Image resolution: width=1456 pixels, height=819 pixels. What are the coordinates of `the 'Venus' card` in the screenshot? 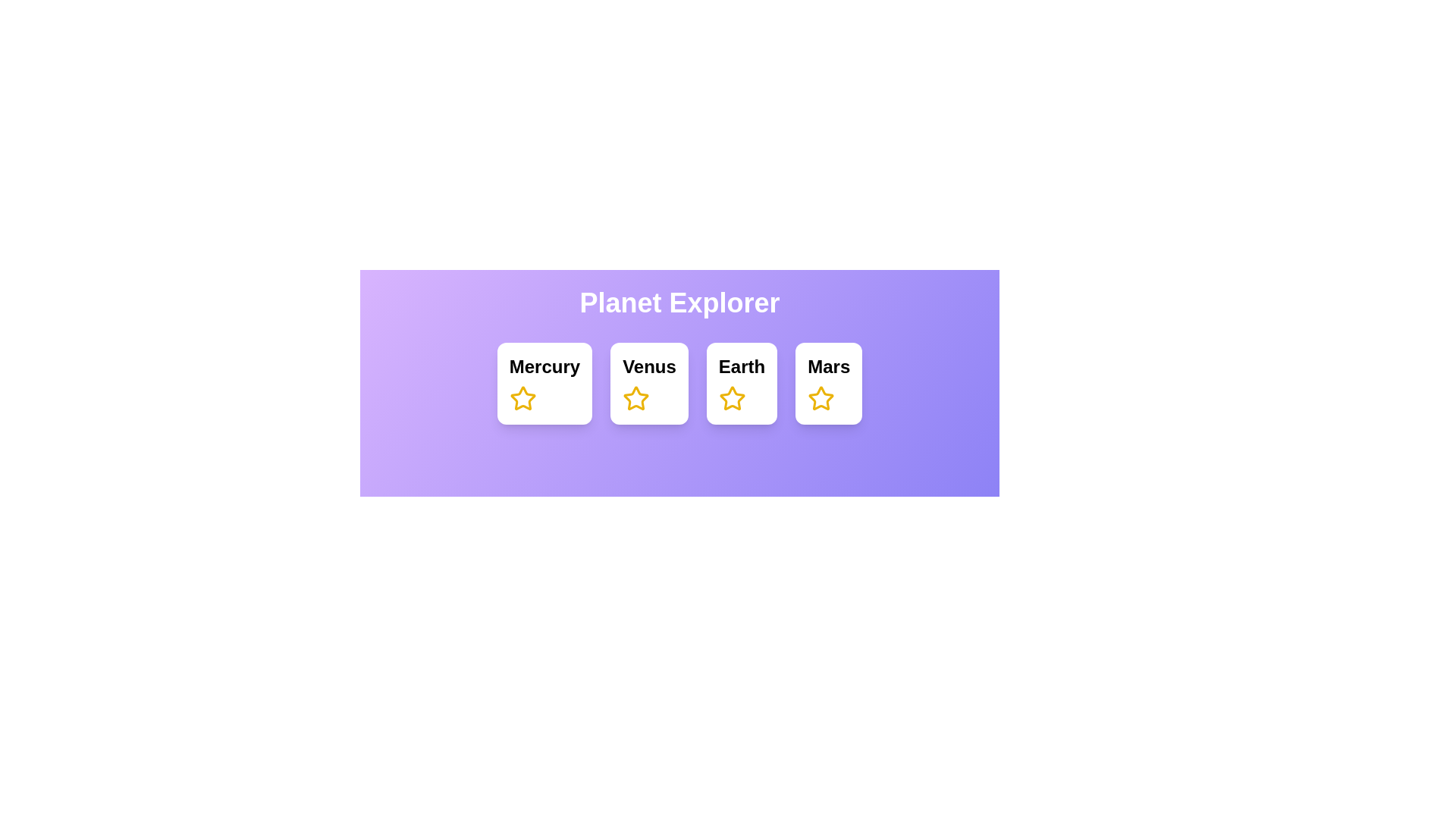 It's located at (679, 374).